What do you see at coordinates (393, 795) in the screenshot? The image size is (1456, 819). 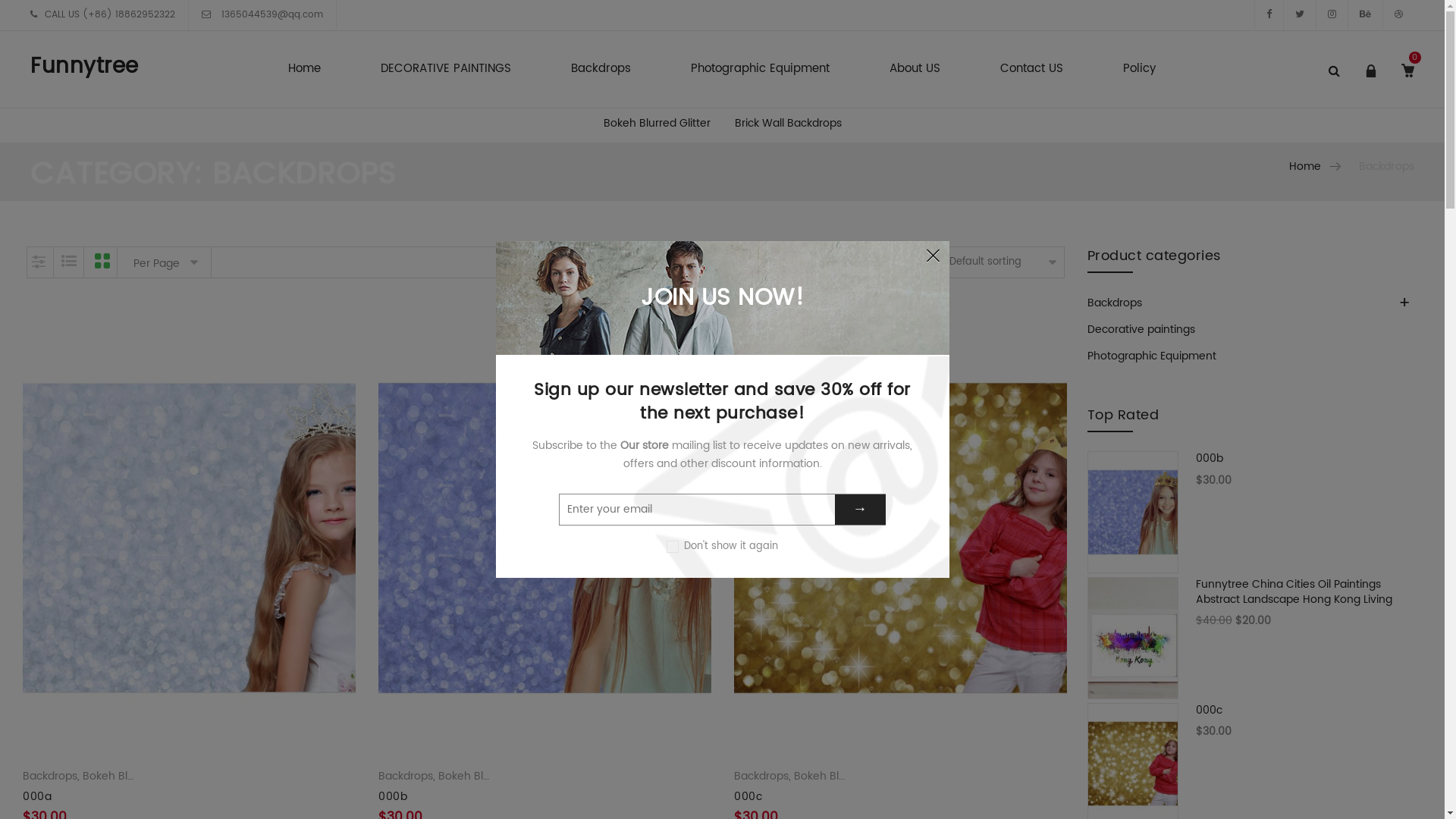 I see `'000b'` at bounding box center [393, 795].